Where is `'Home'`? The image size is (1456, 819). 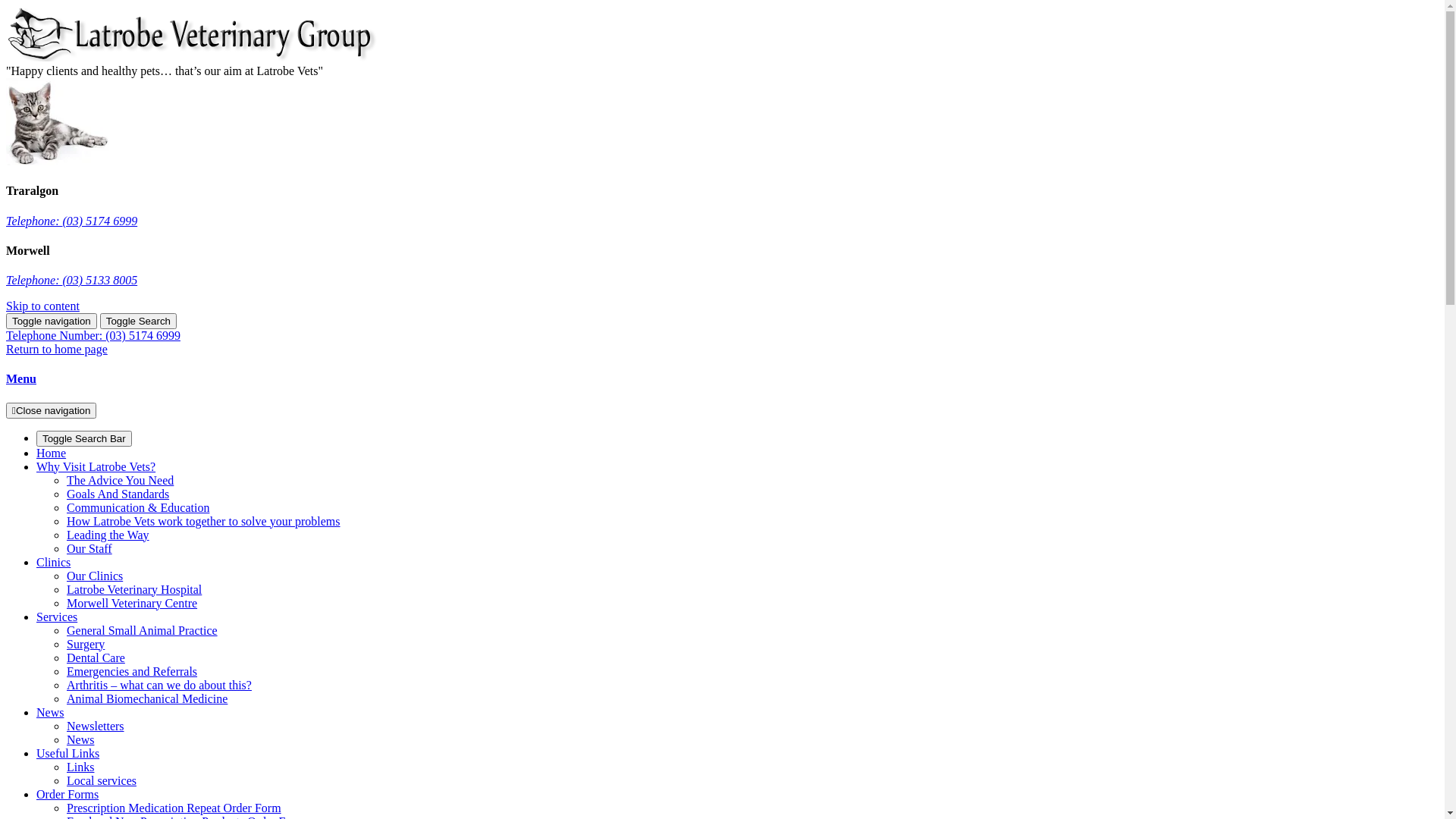
'Home' is located at coordinates (51, 452).